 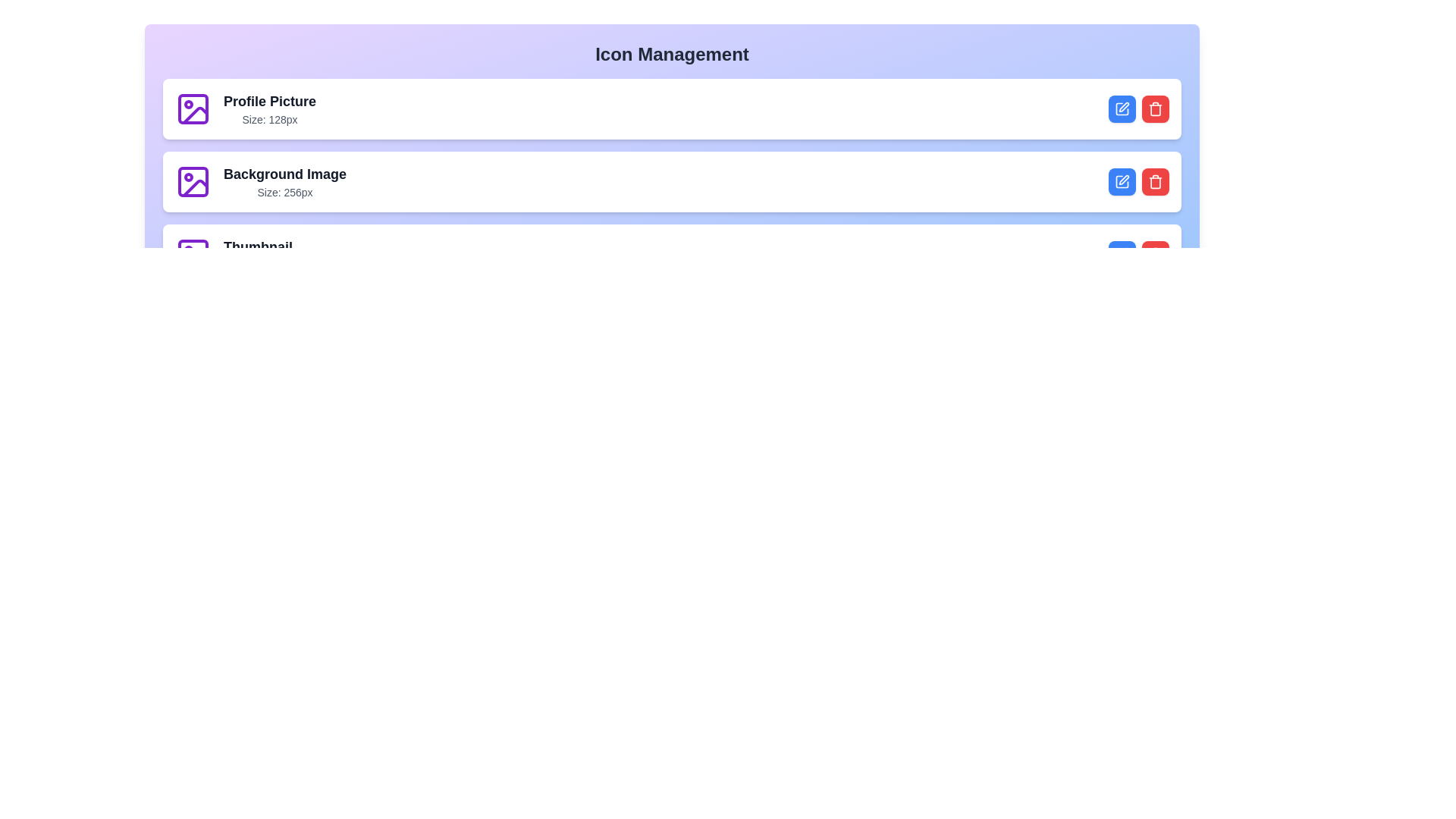 What do you see at coordinates (1154, 253) in the screenshot?
I see `the delete Icon button located on the right side of the third input row, below a rounded red button with white text` at bounding box center [1154, 253].